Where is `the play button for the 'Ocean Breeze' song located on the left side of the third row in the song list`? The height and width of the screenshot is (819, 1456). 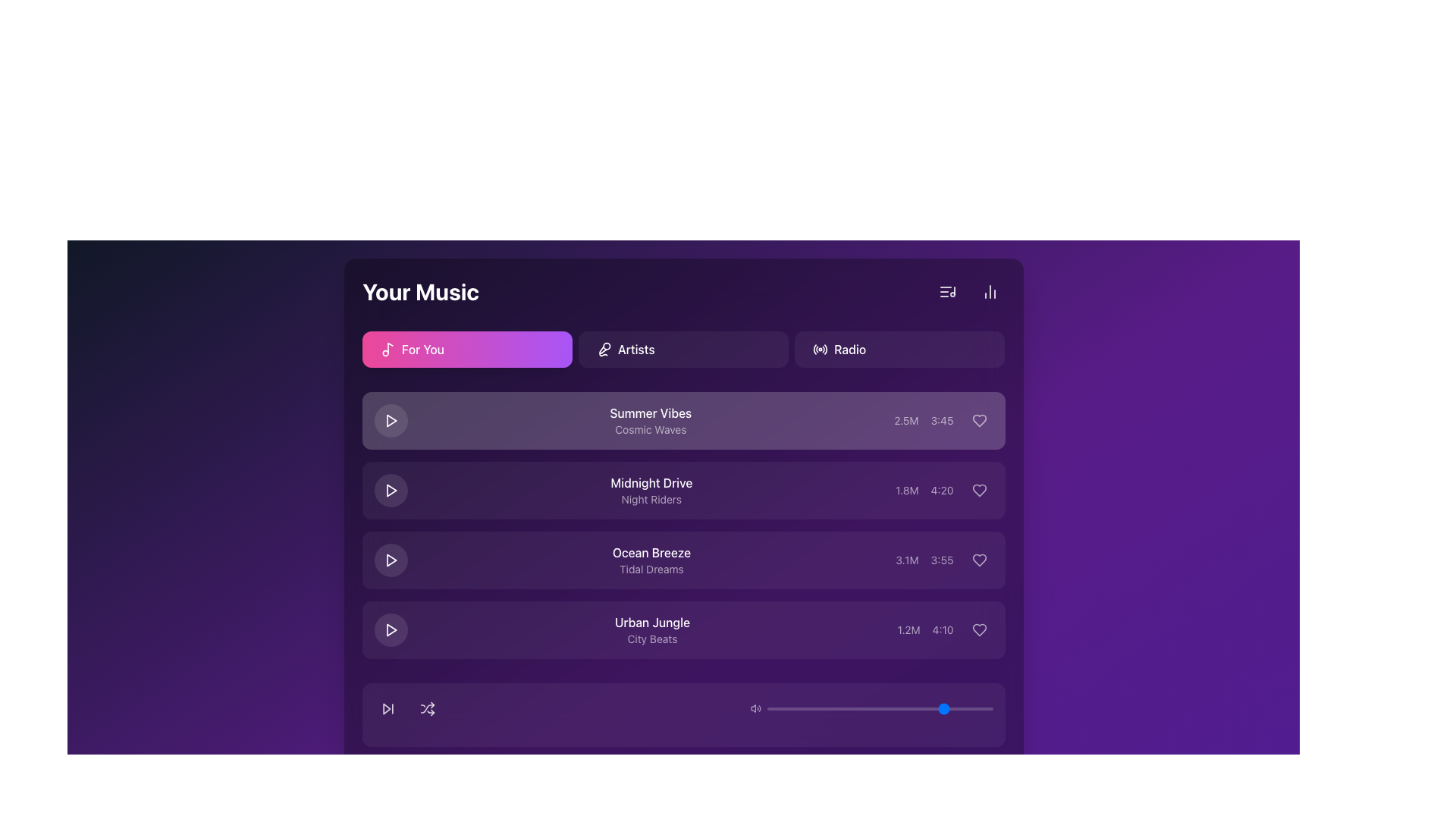 the play button for the 'Ocean Breeze' song located on the left side of the third row in the song list is located at coordinates (391, 560).